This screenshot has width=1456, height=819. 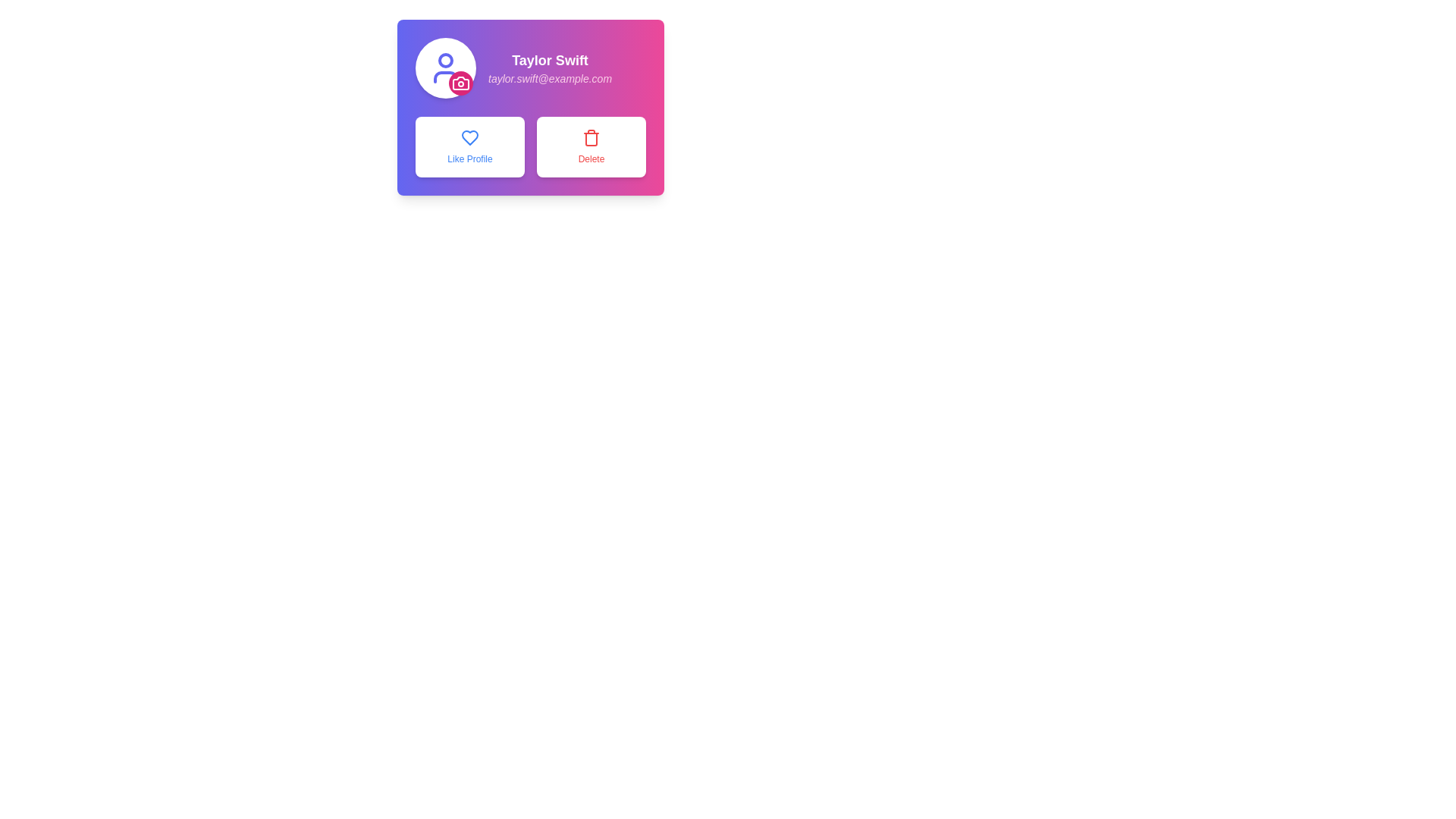 What do you see at coordinates (445, 67) in the screenshot?
I see `the user profile icon, which is indigo and styled with a circular head and partial torso, located to the left of the 'Taylor Swift' label` at bounding box center [445, 67].